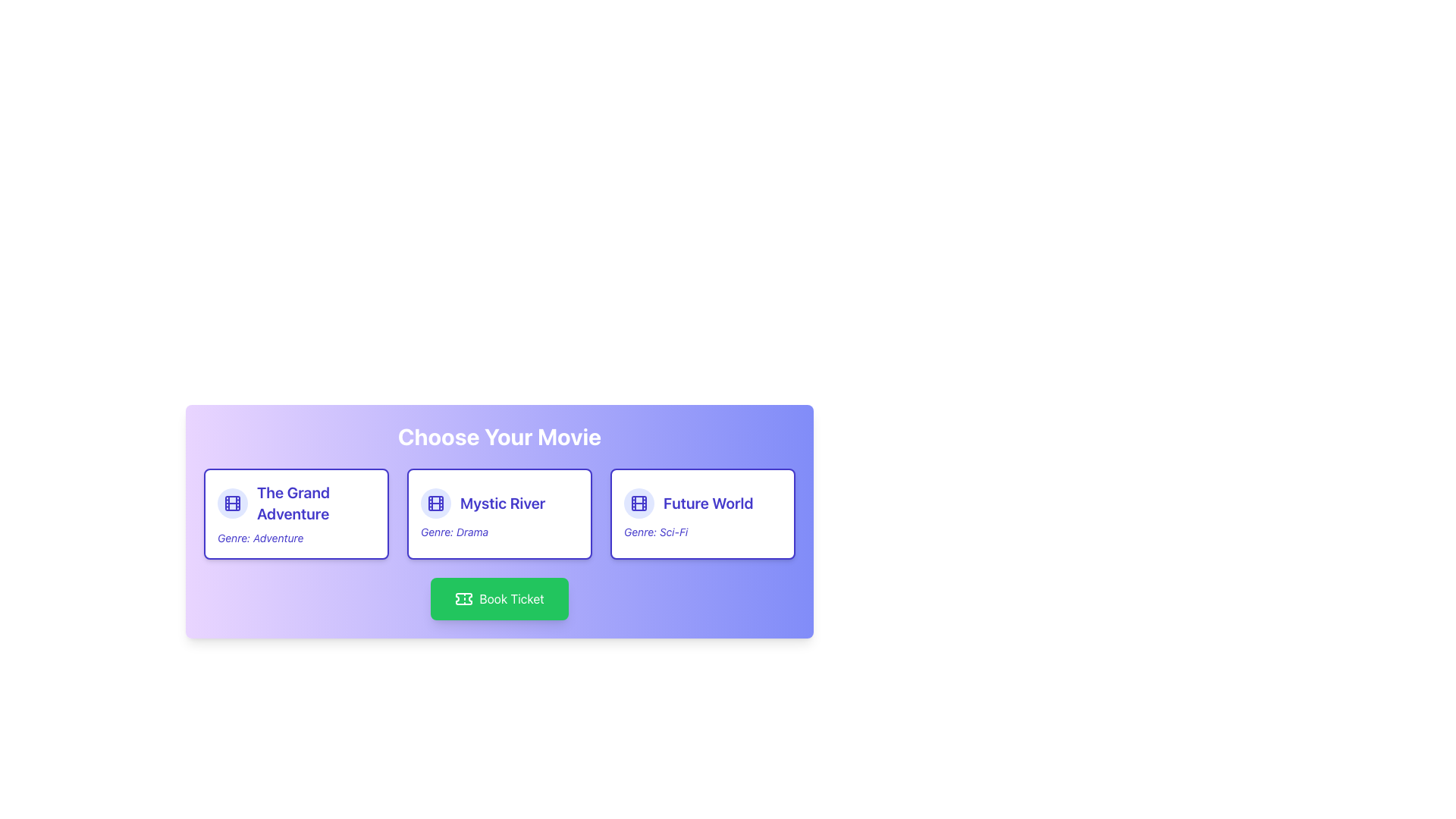 The height and width of the screenshot is (819, 1456). I want to click on movie title 'Future World' from the informational text element styled with bold font and a film reel icon, located in the third column of movie selection cards, so click(701, 503).